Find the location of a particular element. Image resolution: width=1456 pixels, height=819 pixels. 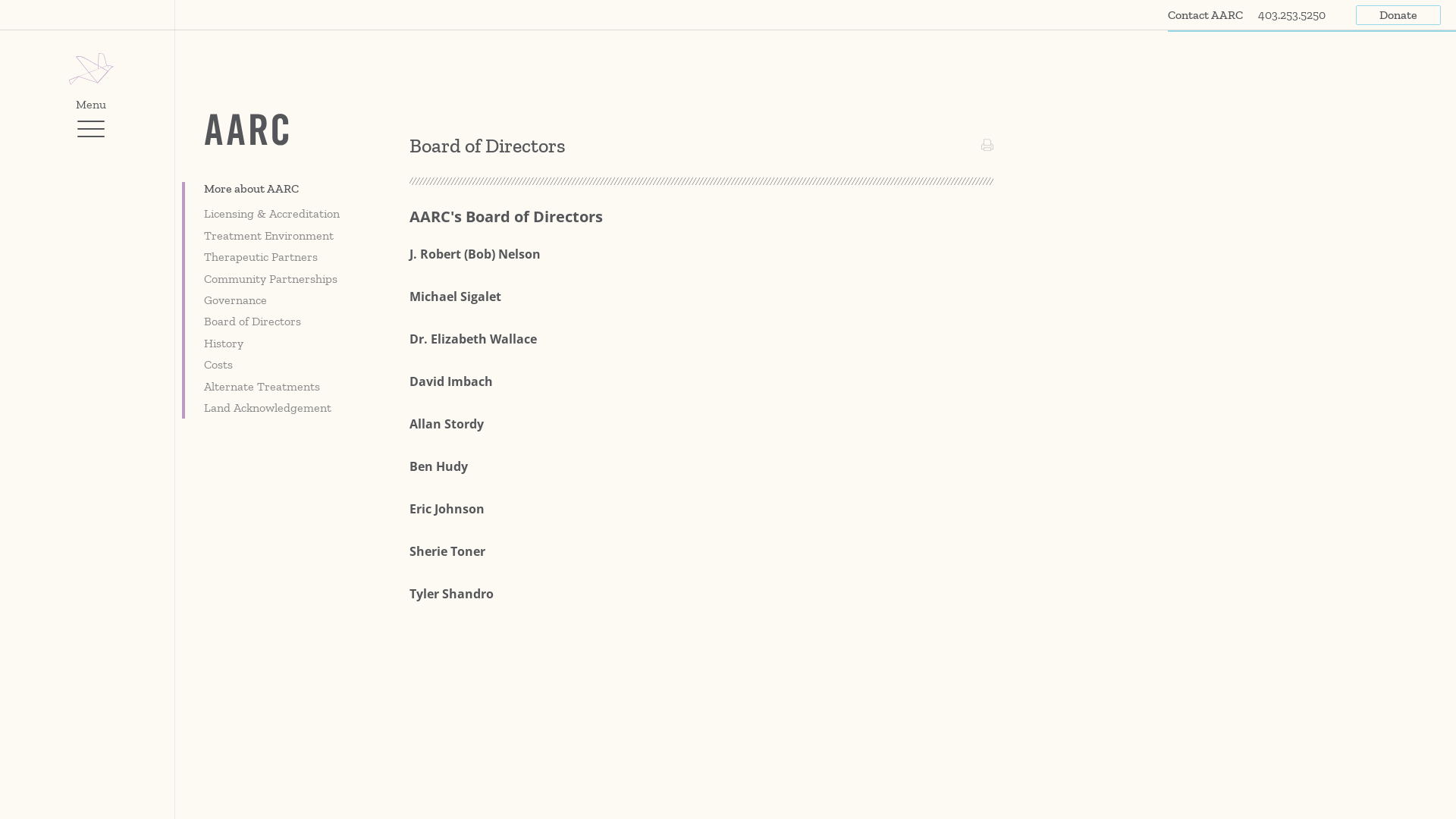

'Treatment Environment' is located at coordinates (202, 236).